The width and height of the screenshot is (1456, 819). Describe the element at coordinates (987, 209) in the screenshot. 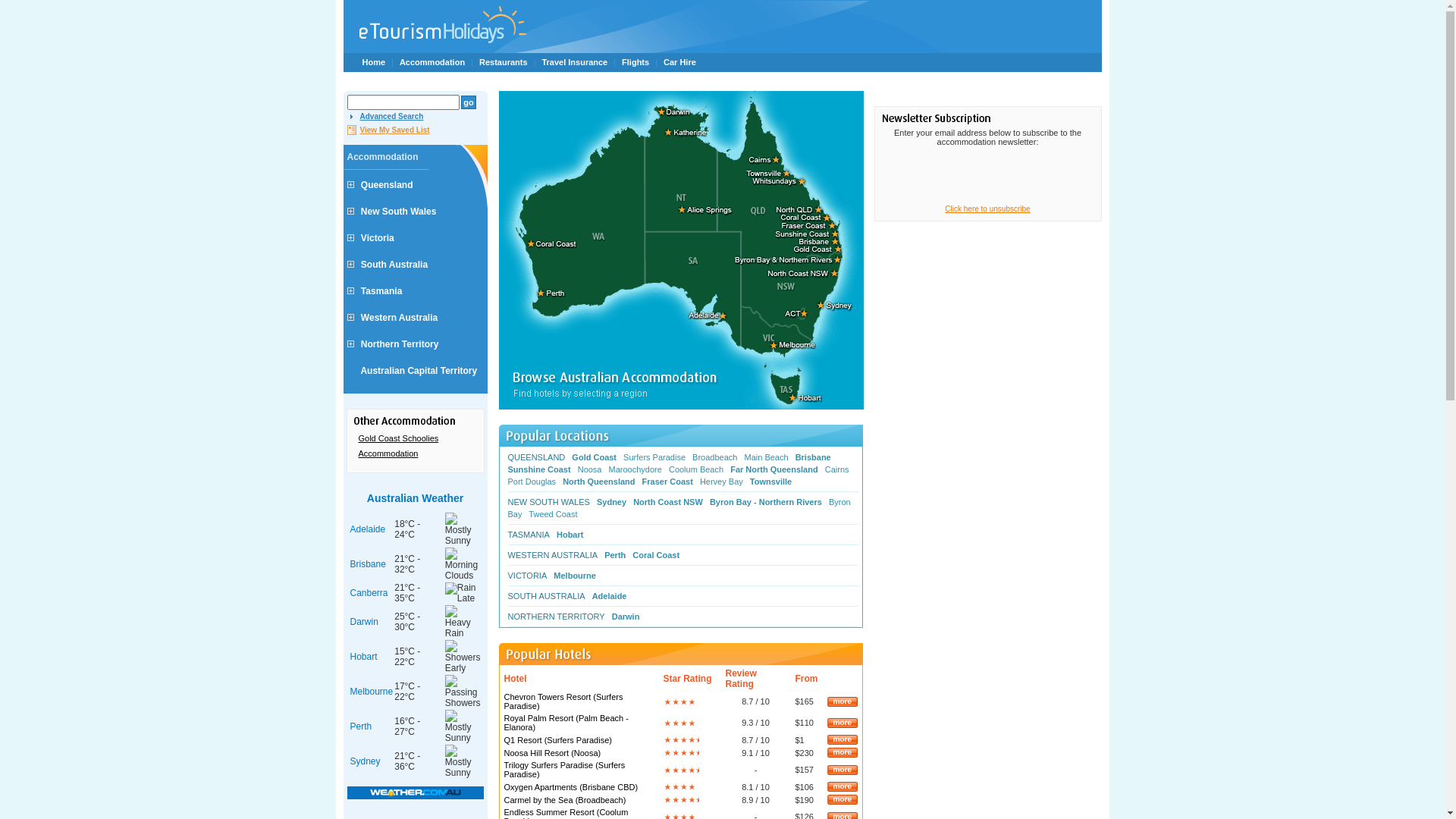

I see `'Click here to unsubscribe'` at that location.